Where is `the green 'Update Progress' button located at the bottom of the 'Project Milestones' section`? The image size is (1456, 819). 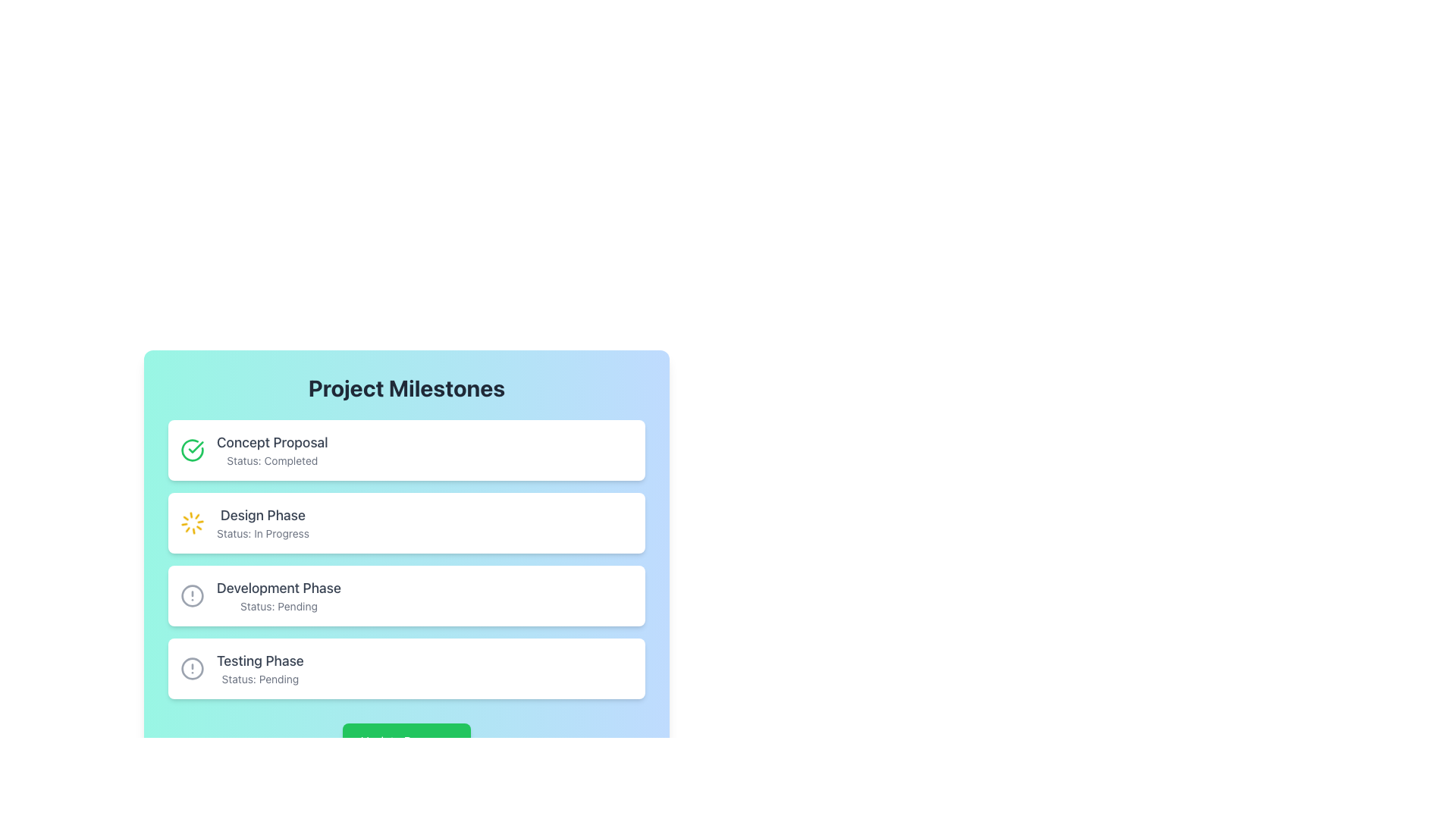 the green 'Update Progress' button located at the bottom of the 'Project Milestones' section is located at coordinates (406, 741).